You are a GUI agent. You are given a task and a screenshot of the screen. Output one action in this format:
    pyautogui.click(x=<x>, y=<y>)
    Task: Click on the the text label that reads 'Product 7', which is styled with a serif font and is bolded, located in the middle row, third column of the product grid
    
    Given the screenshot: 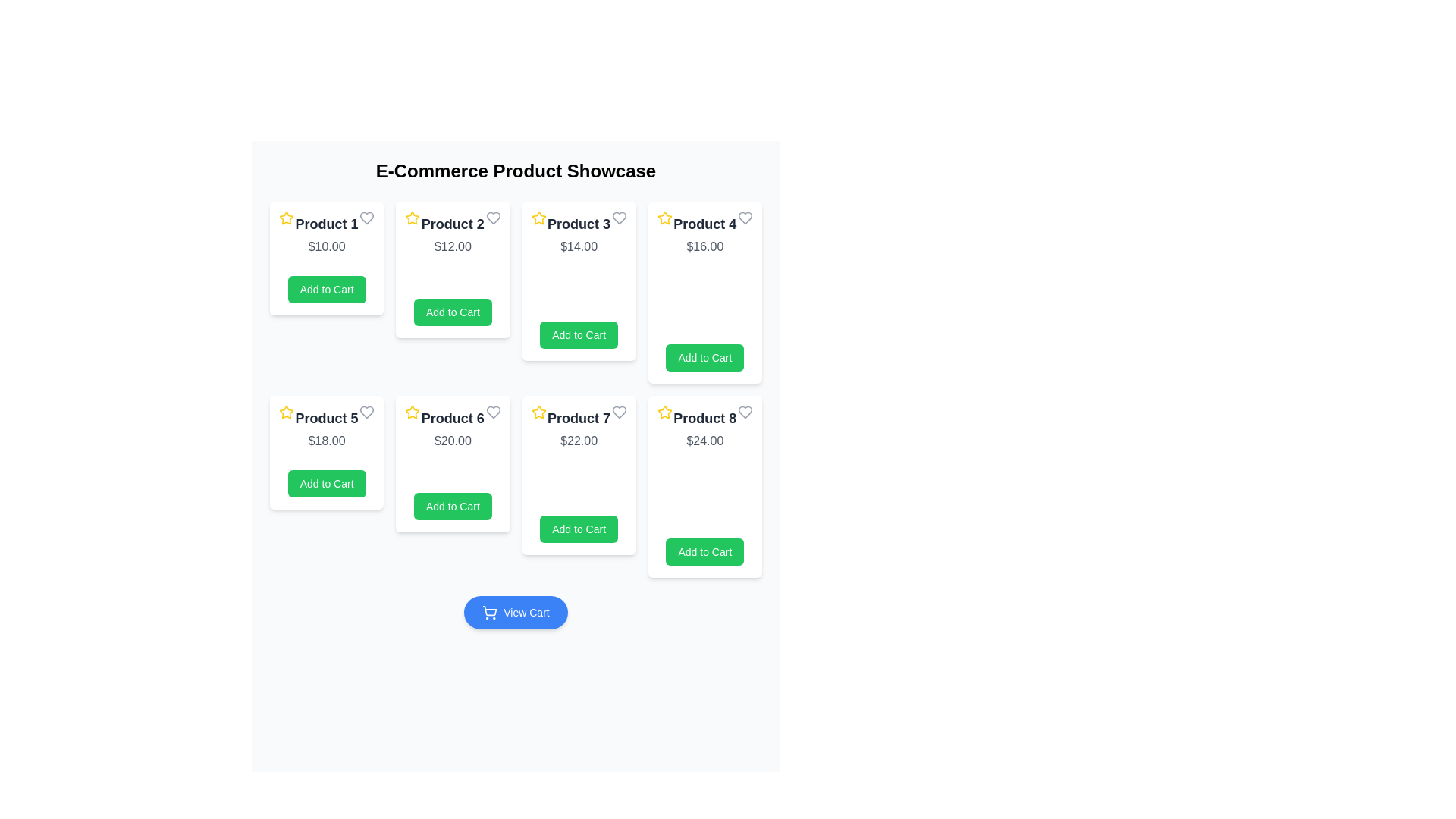 What is the action you would take?
    pyautogui.click(x=578, y=418)
    